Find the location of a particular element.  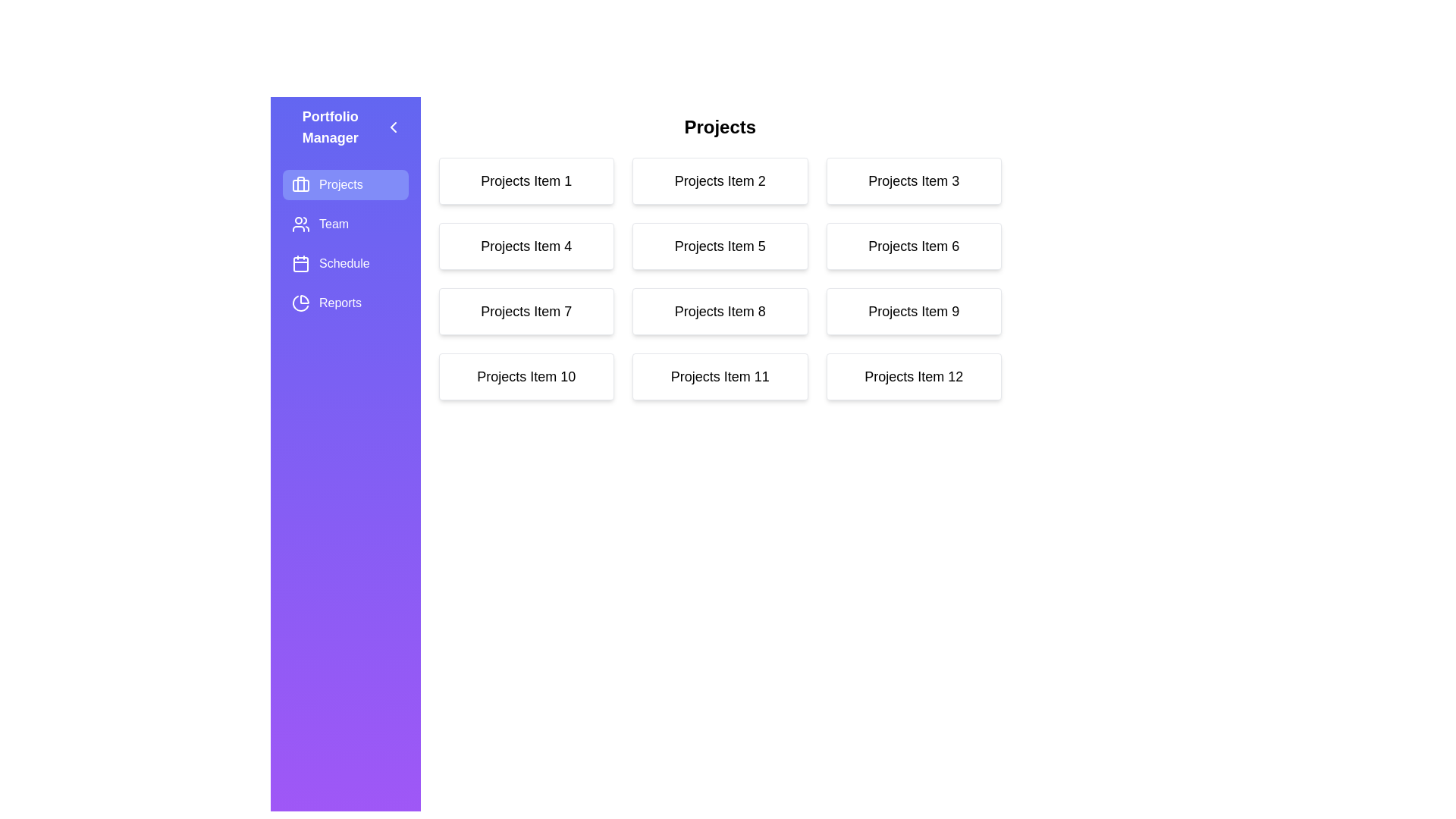

the sidebar module Reports to navigate to it is located at coordinates (344, 303).